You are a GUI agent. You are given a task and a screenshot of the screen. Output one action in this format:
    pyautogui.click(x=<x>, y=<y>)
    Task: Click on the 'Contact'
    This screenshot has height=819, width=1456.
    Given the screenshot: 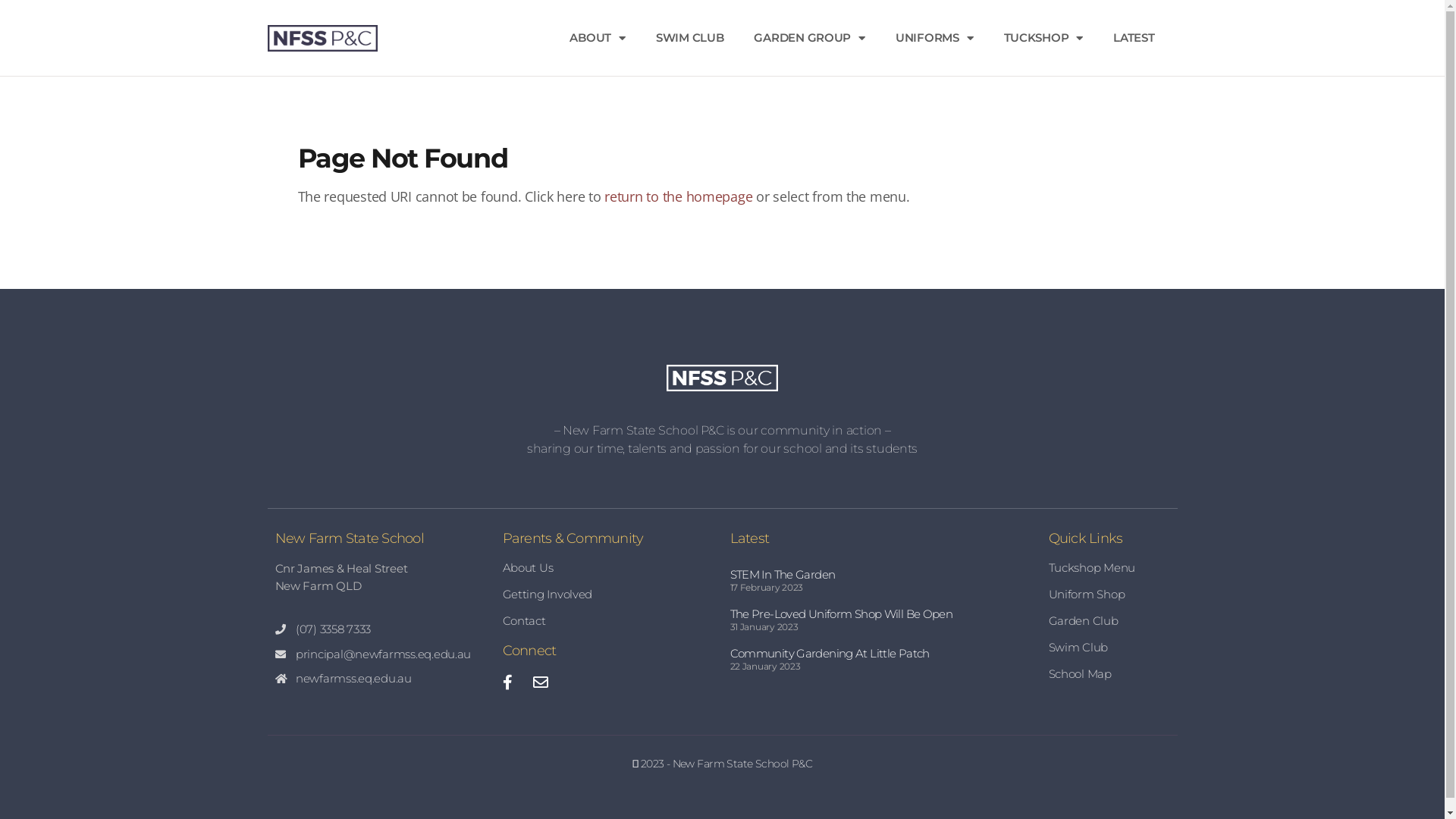 What is the action you would take?
    pyautogui.click(x=607, y=620)
    